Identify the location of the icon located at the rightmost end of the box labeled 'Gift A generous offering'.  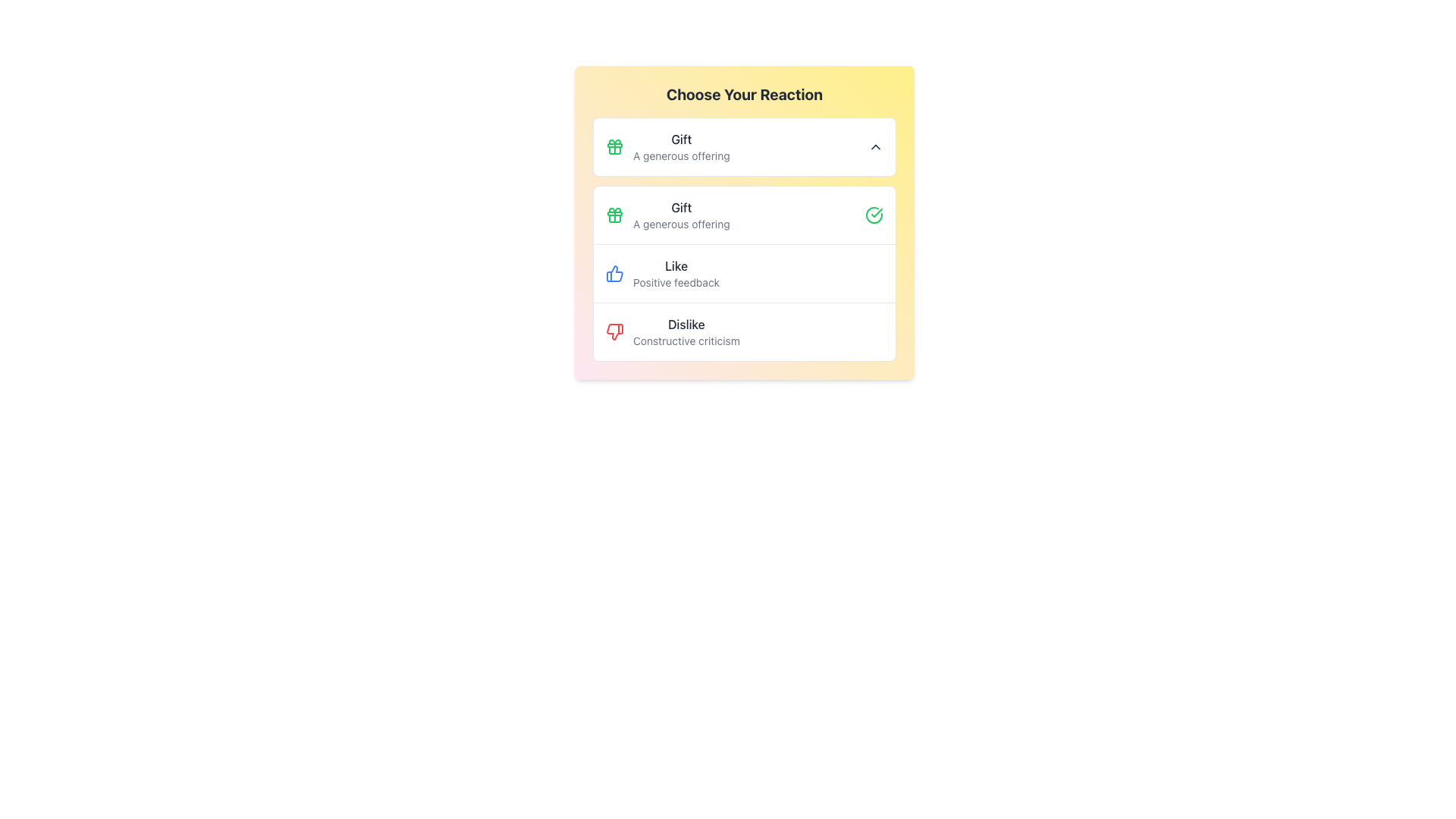
(876, 146).